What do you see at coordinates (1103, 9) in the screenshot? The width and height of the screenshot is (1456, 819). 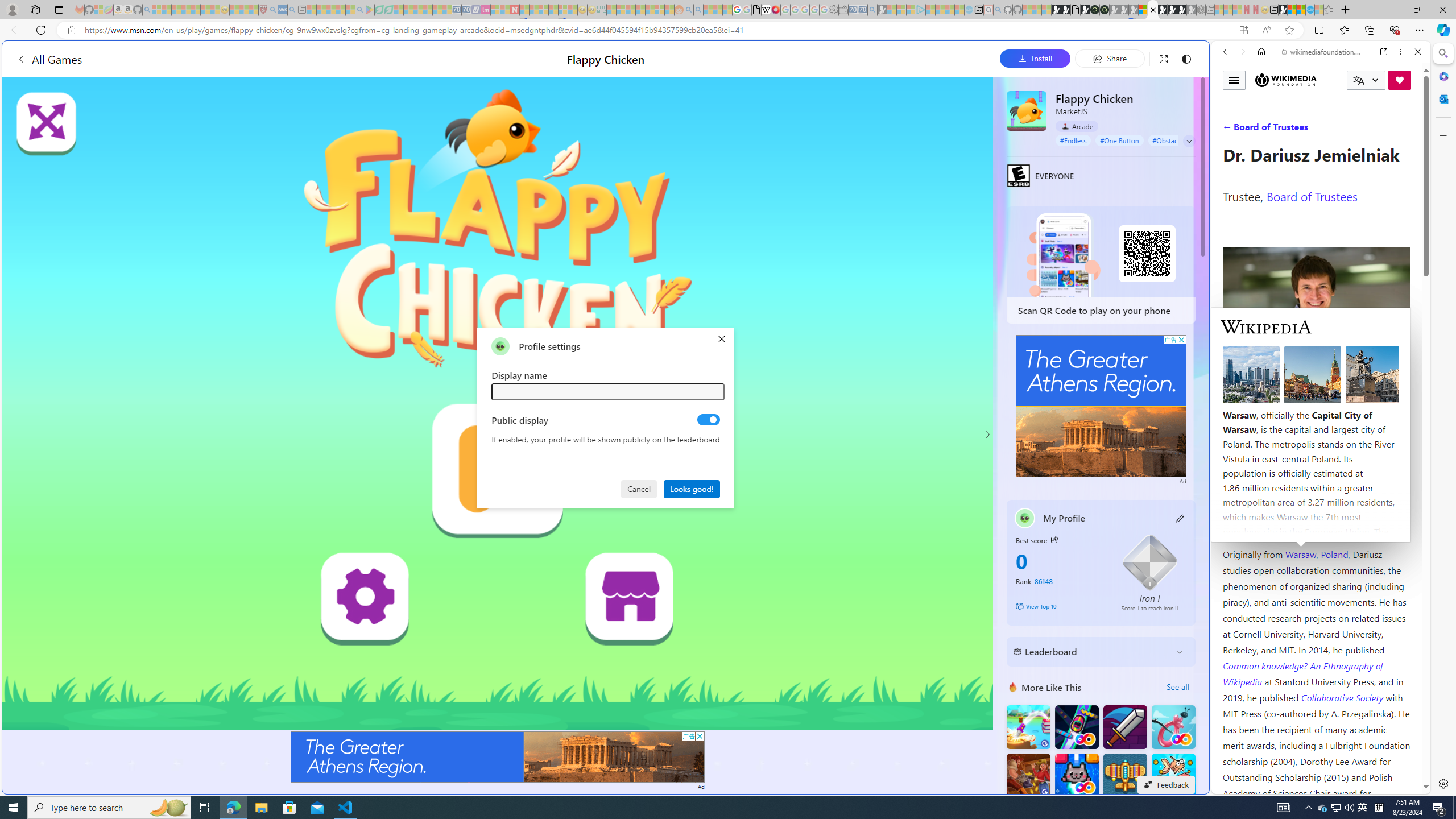 I see `'Future Focus Report 2024'` at bounding box center [1103, 9].